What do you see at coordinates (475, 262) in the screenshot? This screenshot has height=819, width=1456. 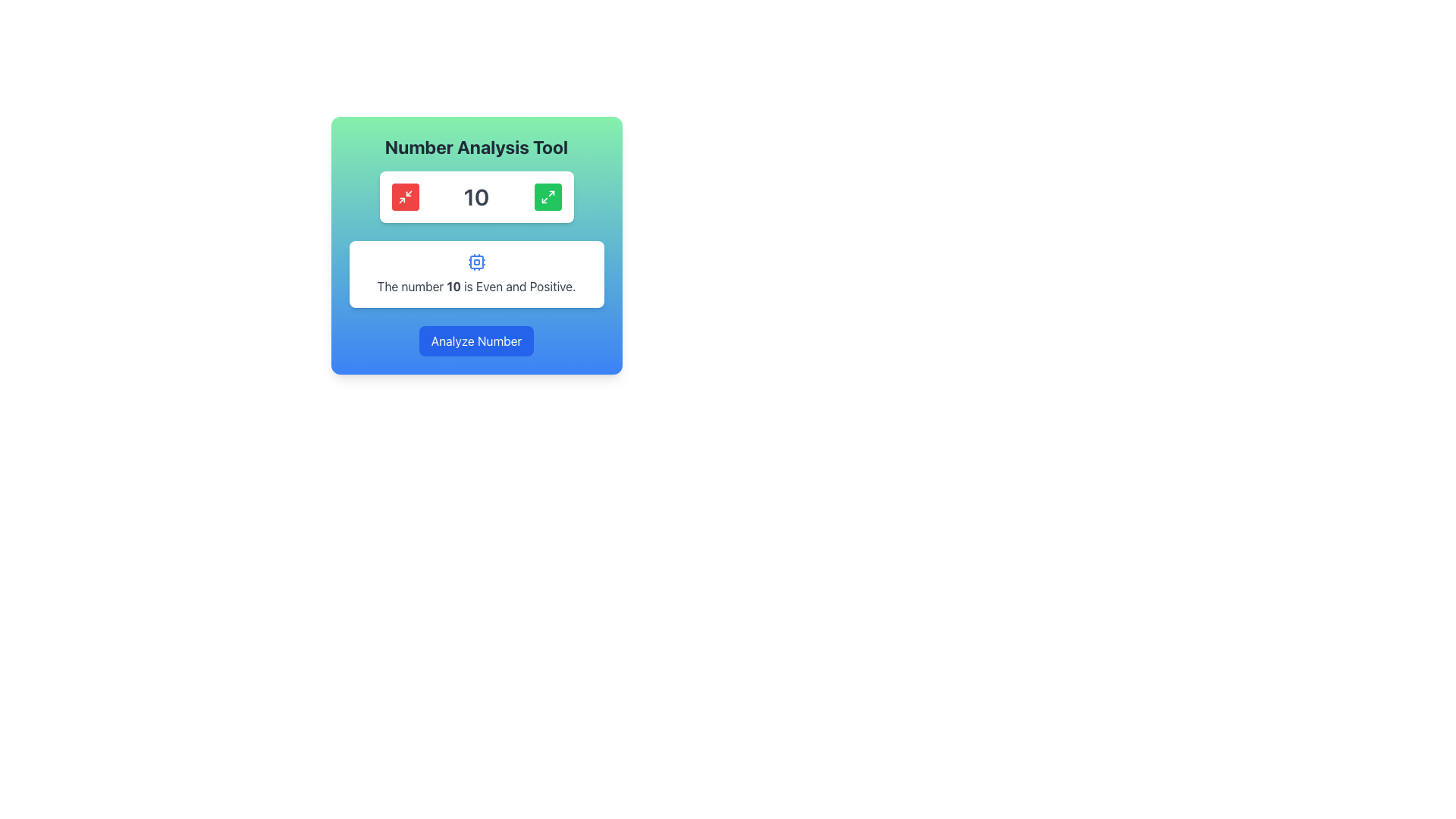 I see `the SVG Rectangle Element, which is a square with rounded corners and a blue outline located slightly below the header with 'Number Analysis Tool'` at bounding box center [475, 262].